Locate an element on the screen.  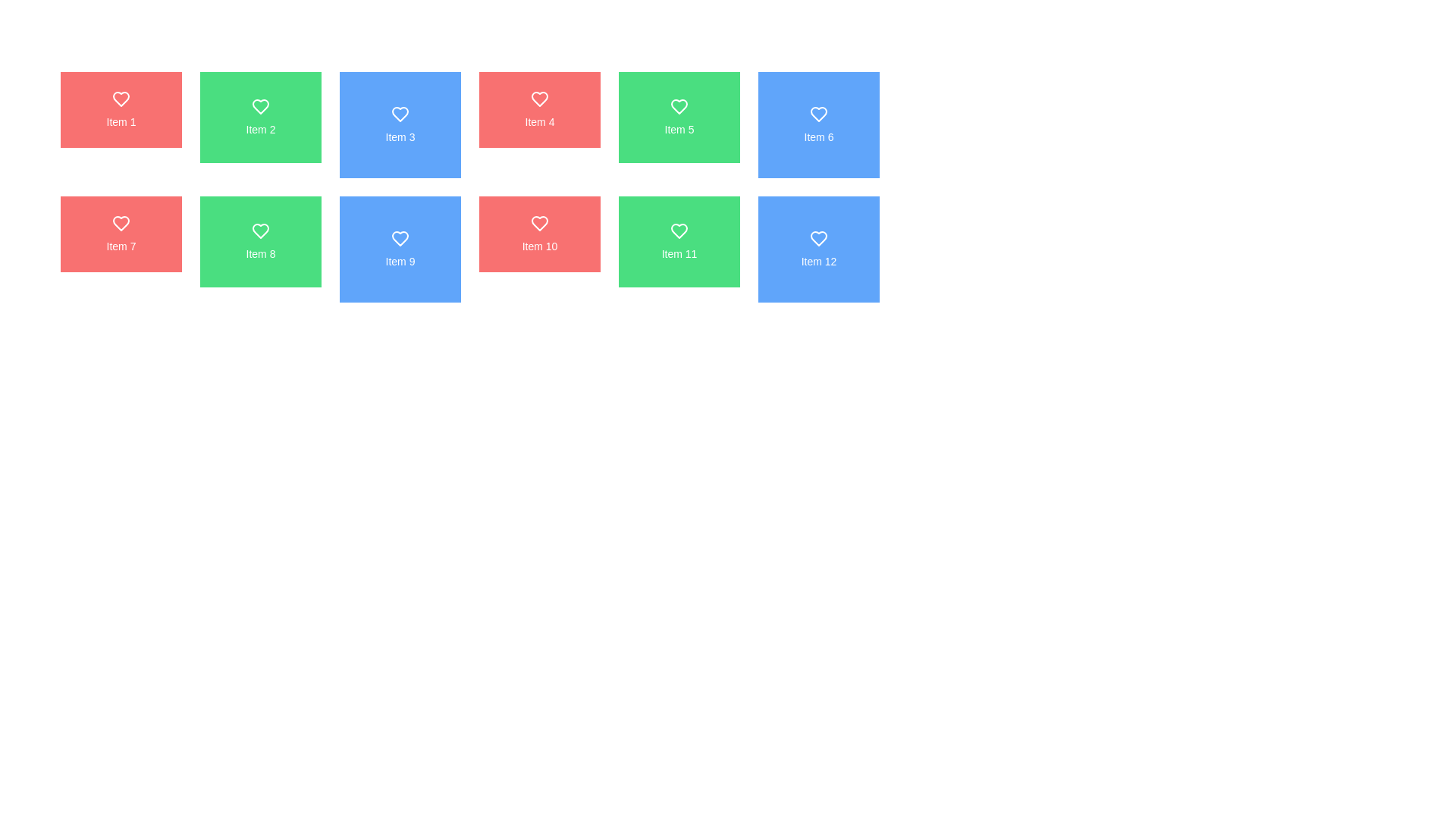
the text label displaying 'Item 10' which is styled in small white font on a bold red background, located in the second row and second column of the grid is located at coordinates (539, 245).